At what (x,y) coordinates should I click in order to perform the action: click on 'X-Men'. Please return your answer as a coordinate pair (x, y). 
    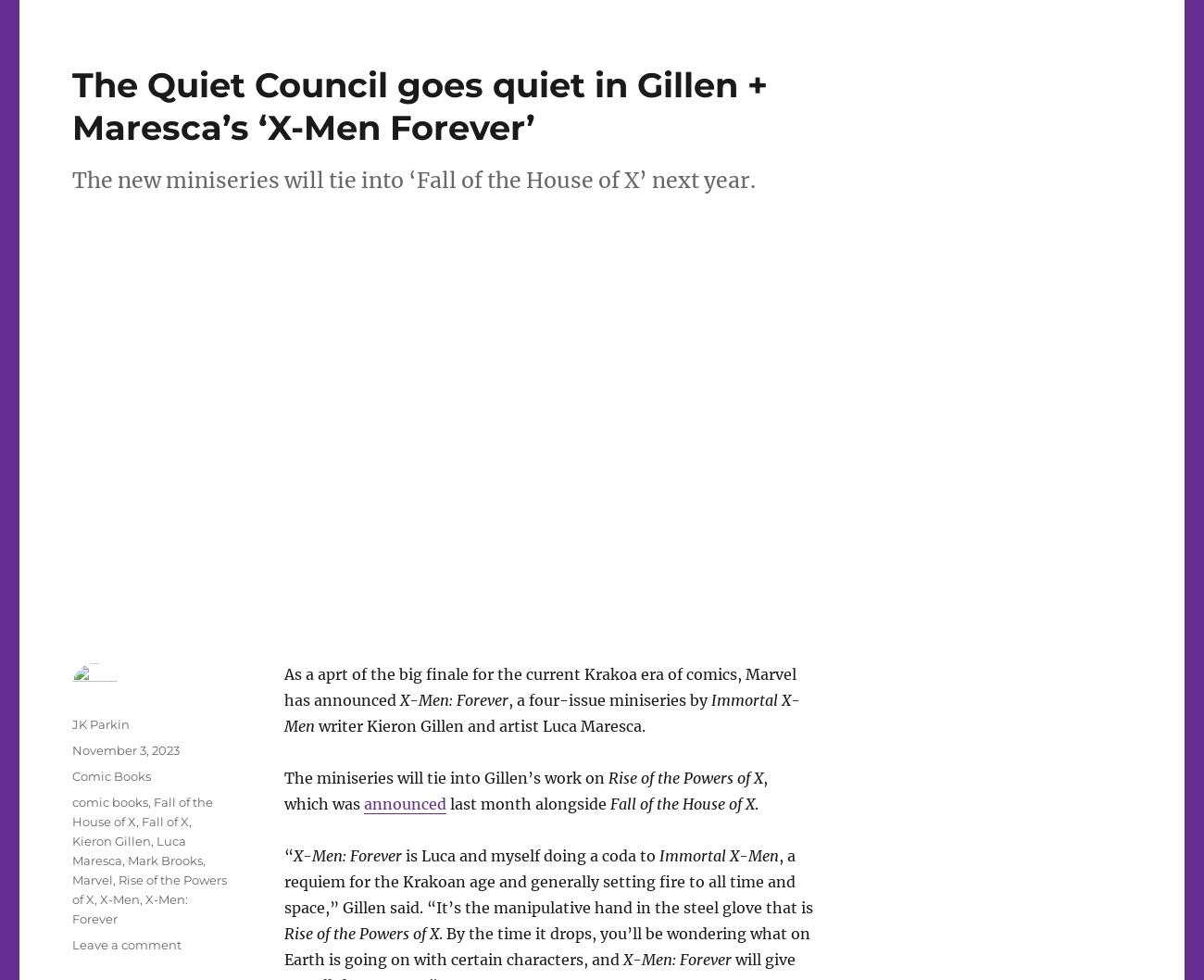
    Looking at the image, I should click on (119, 898).